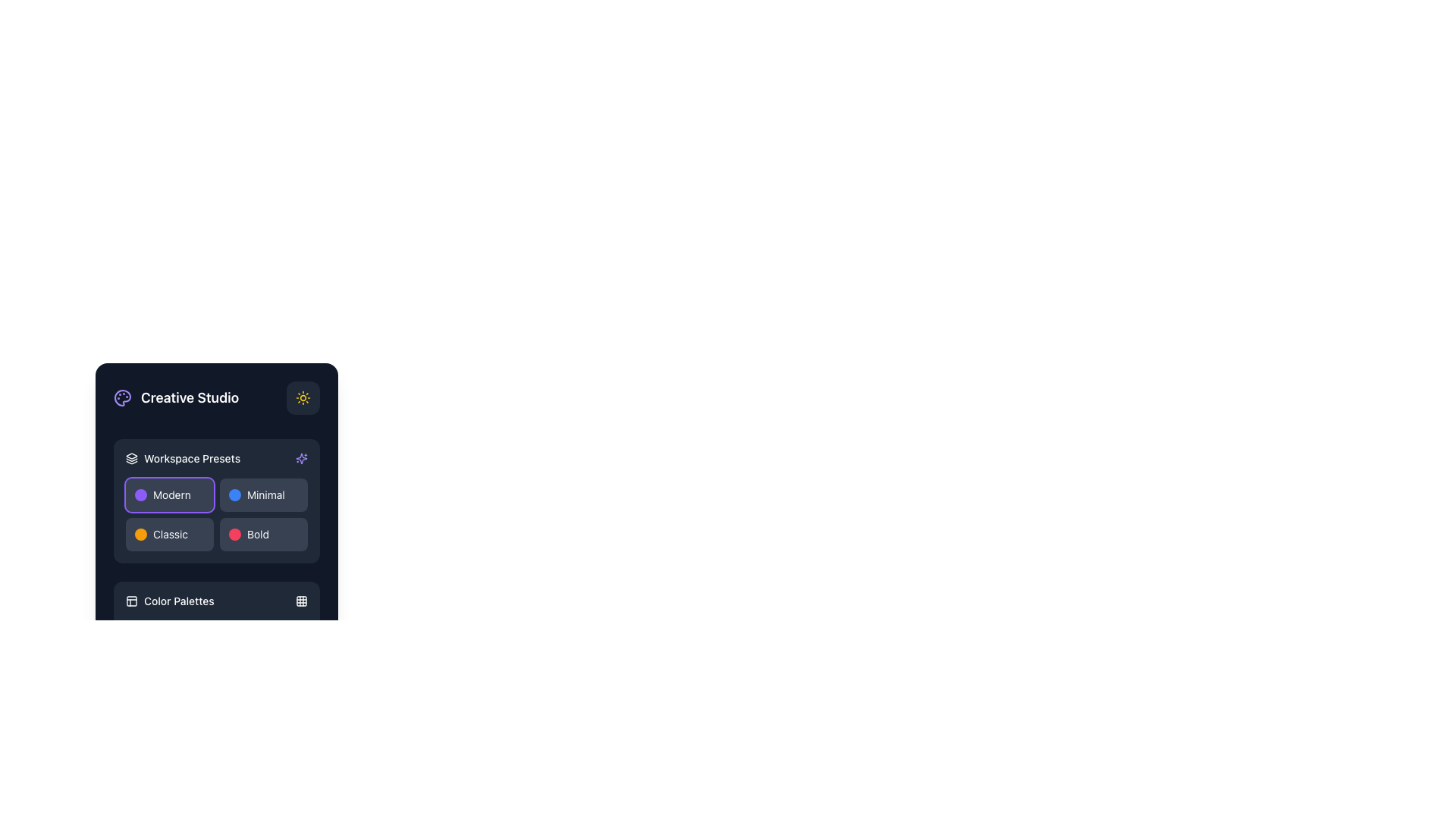 Image resolution: width=1456 pixels, height=819 pixels. I want to click on the 'Bold' workspace preset label located in the bottom right quadrant of the 'Workspace Presets' section, so click(258, 534).